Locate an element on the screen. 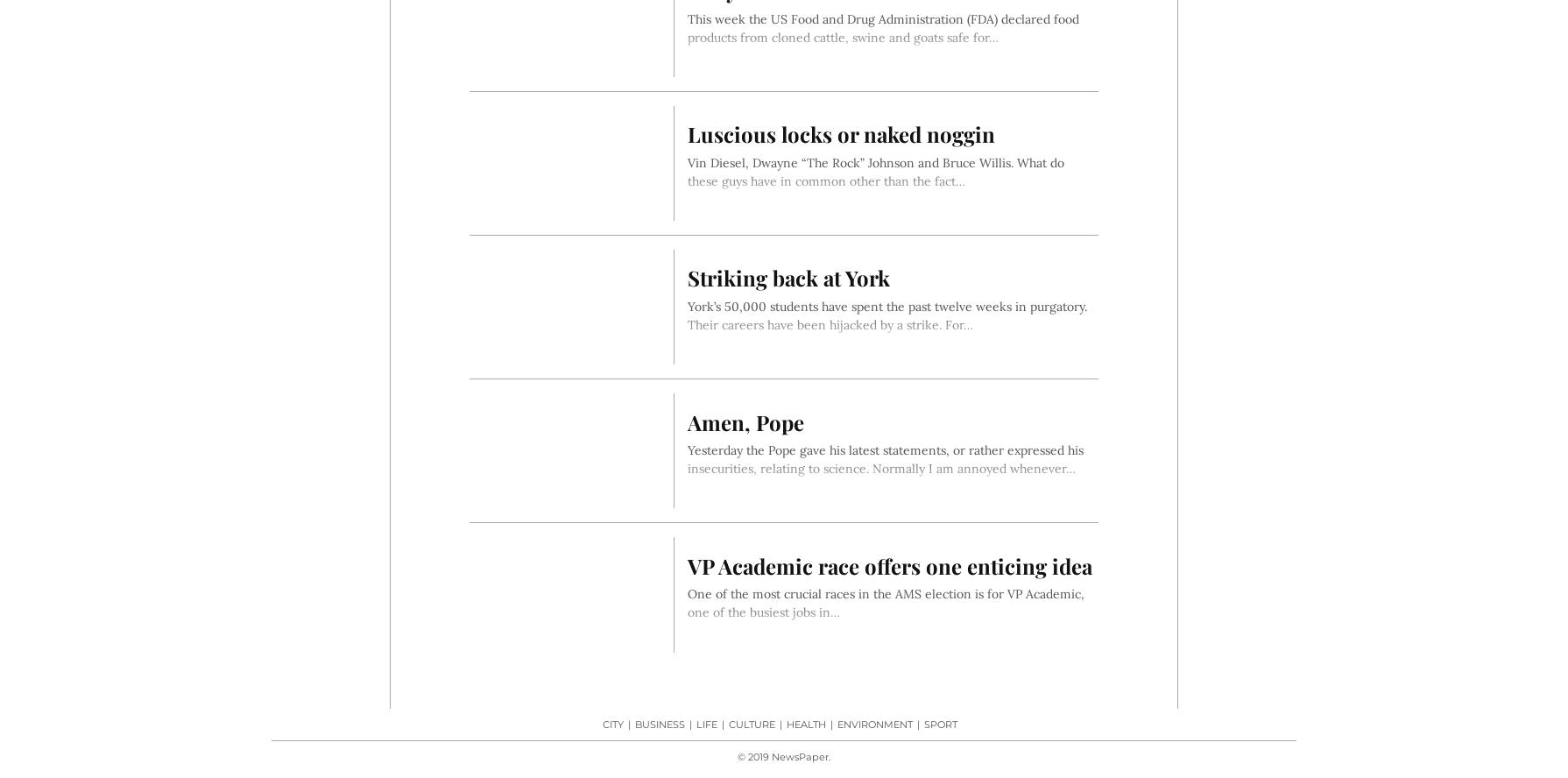  'York’s 50,000 students have spent the past twelve weeks in purgatory. Their careers have been hijacked by a strike. For…' is located at coordinates (686, 315).